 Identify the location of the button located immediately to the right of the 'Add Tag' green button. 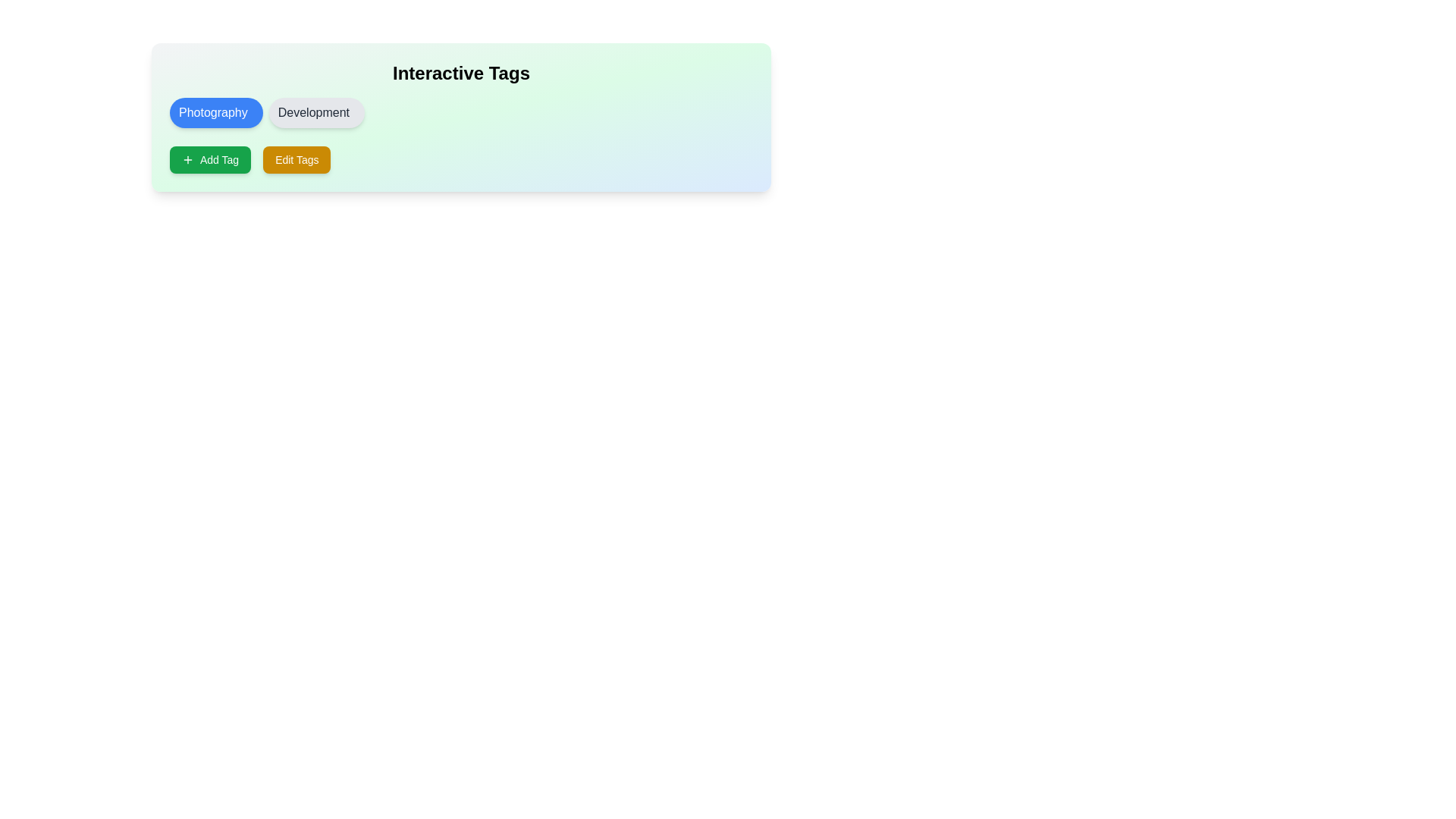
(297, 160).